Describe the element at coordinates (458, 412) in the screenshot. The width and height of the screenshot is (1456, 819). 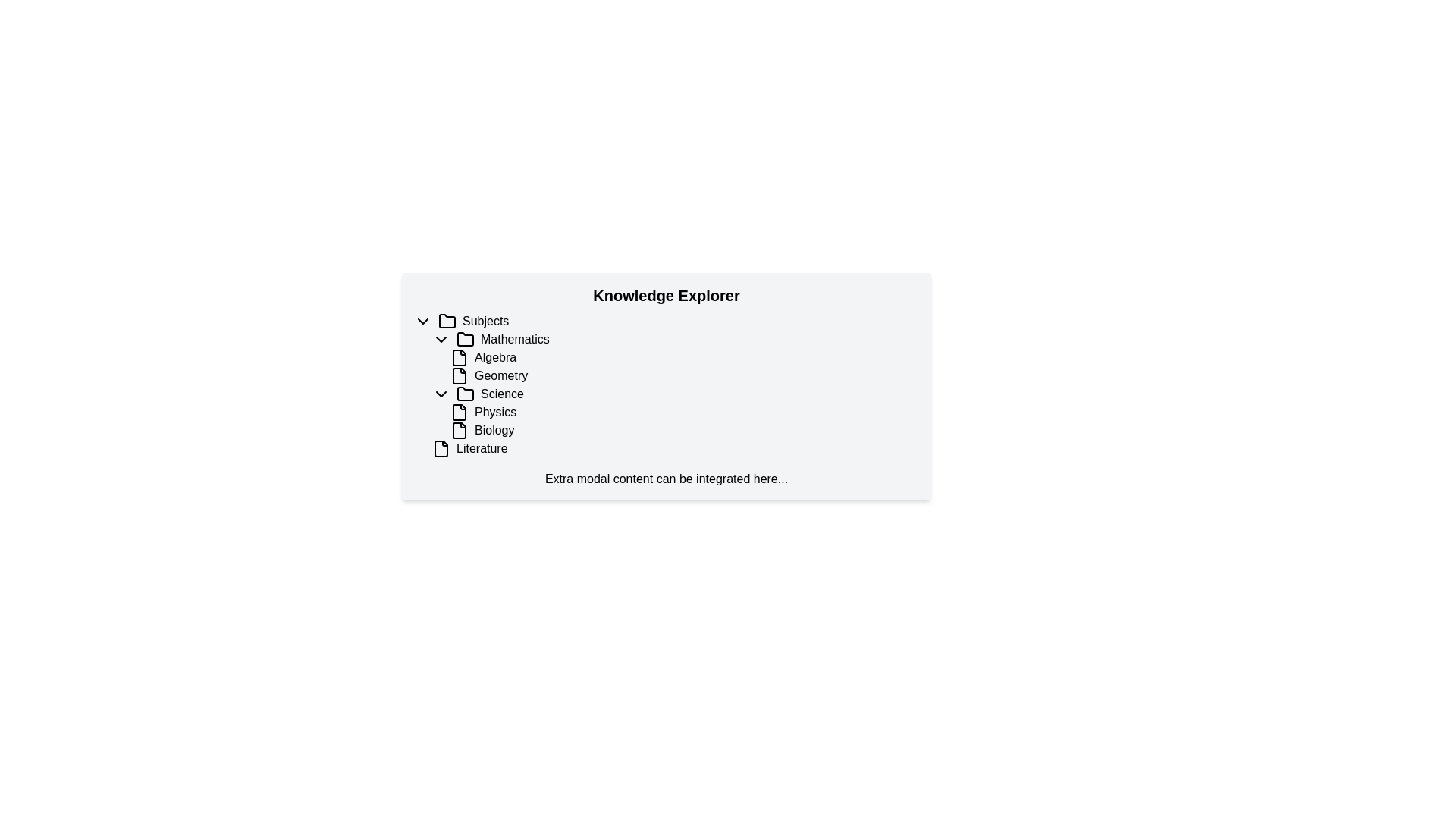
I see `the SVG icon representing the 'Physics' entry` at that location.